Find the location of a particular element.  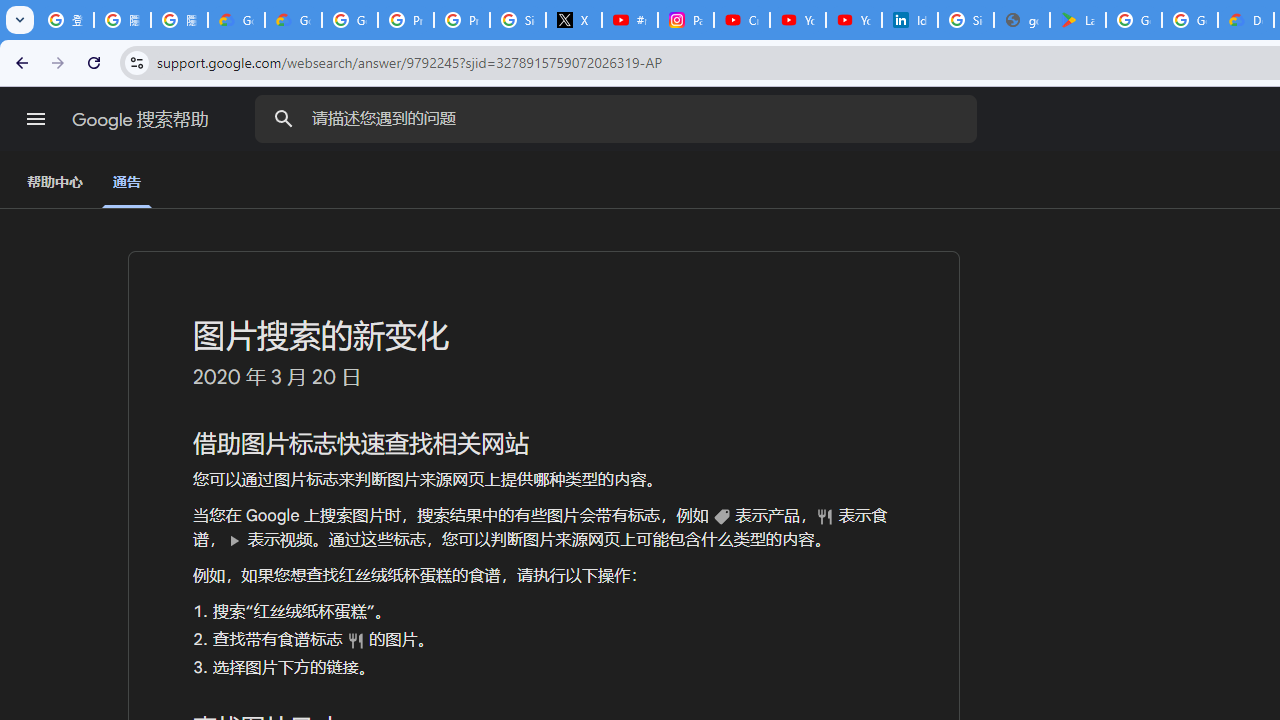

'Google Cloud Privacy Notice' is located at coordinates (292, 20).